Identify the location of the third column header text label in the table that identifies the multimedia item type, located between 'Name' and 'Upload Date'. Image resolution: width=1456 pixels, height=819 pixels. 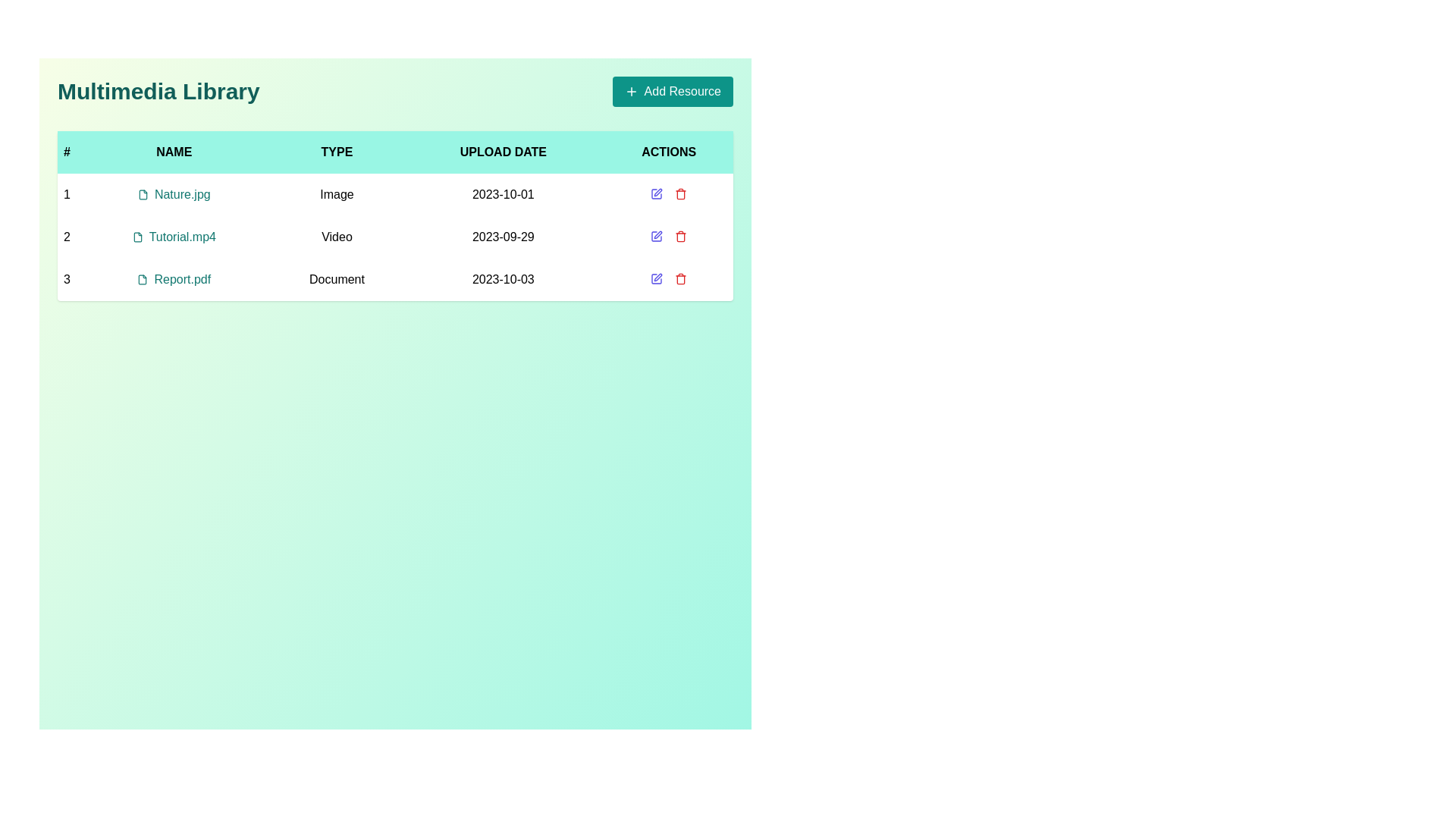
(336, 152).